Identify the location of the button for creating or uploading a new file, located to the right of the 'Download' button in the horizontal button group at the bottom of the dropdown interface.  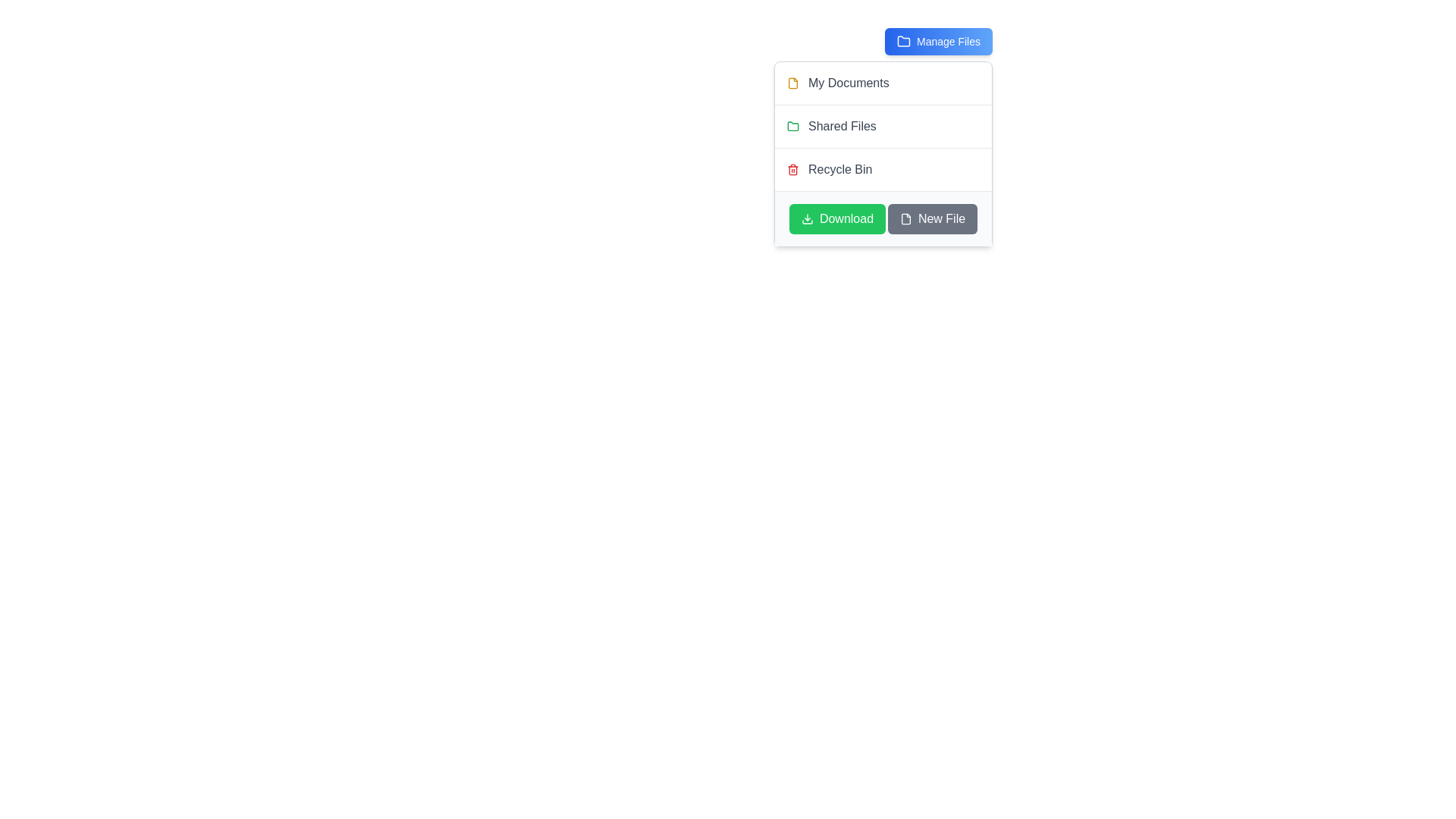
(931, 219).